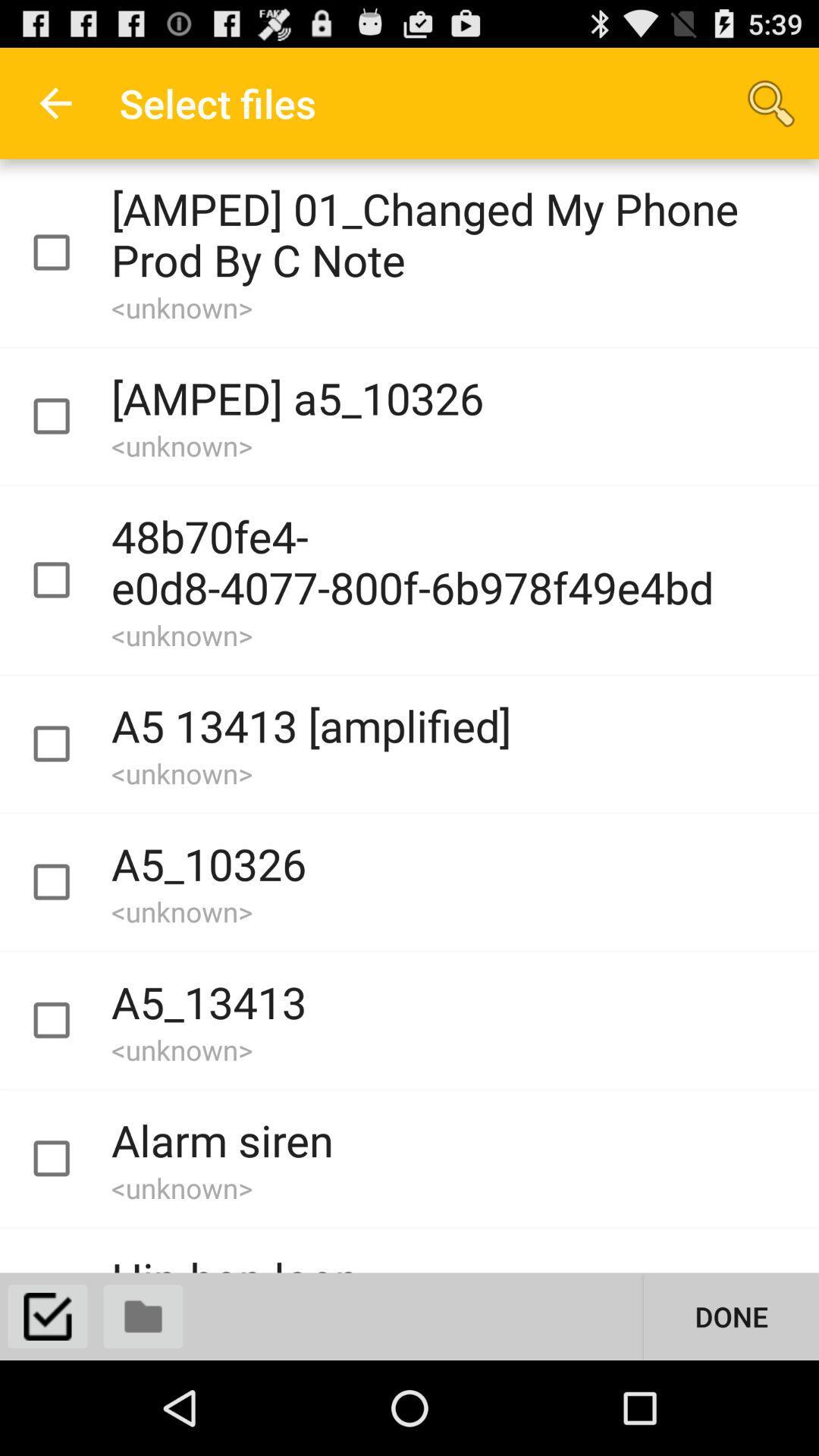 This screenshot has width=819, height=1456. Describe the element at coordinates (64, 1158) in the screenshot. I see `file` at that location.